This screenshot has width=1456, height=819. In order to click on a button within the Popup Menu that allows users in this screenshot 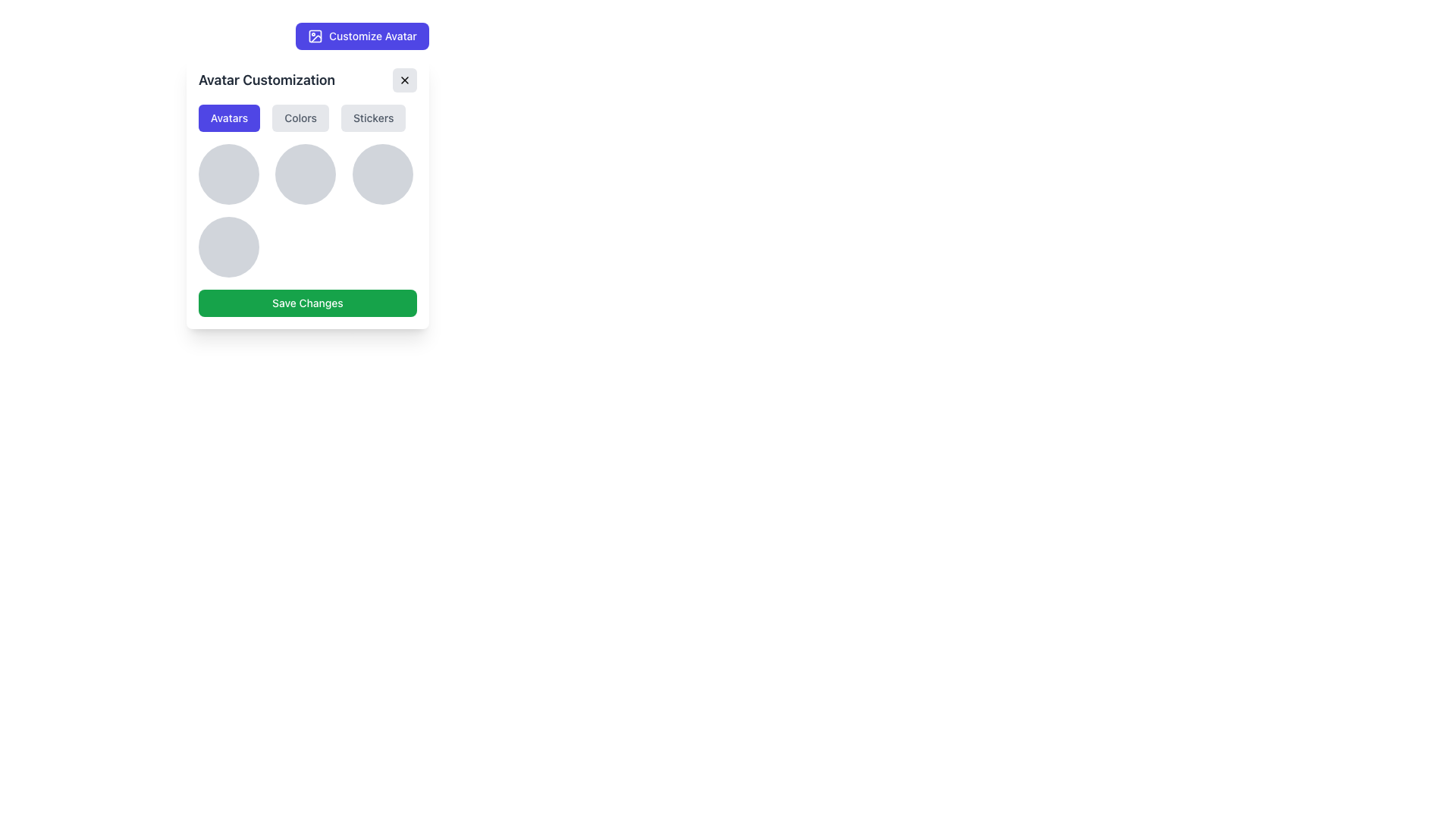, I will do `click(306, 192)`.